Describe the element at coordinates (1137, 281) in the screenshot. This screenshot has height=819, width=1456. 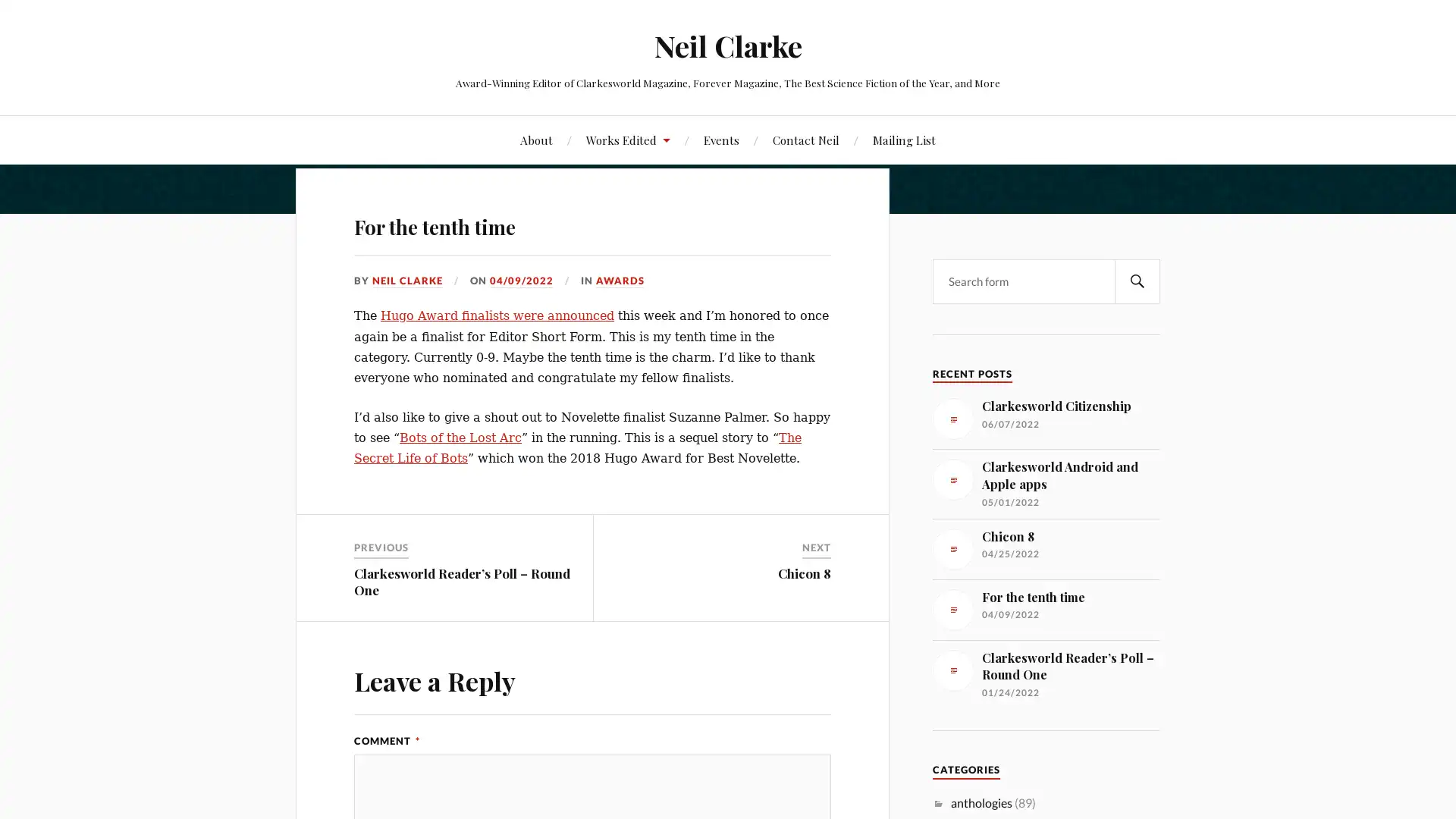
I see `SEARCH` at that location.